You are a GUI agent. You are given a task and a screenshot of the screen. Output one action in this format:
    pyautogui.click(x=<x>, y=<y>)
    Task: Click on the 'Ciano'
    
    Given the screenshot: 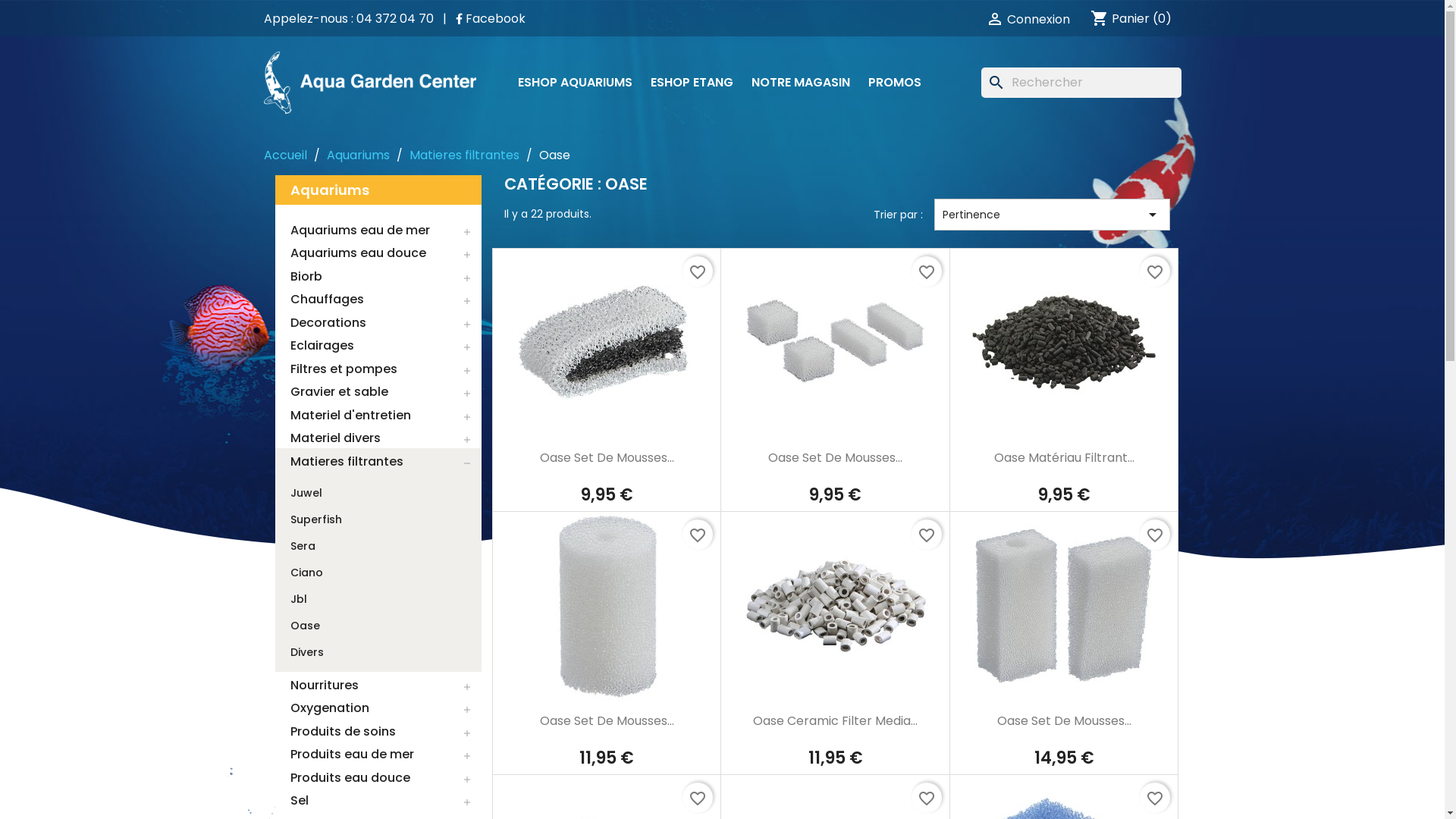 What is the action you would take?
    pyautogui.click(x=305, y=573)
    